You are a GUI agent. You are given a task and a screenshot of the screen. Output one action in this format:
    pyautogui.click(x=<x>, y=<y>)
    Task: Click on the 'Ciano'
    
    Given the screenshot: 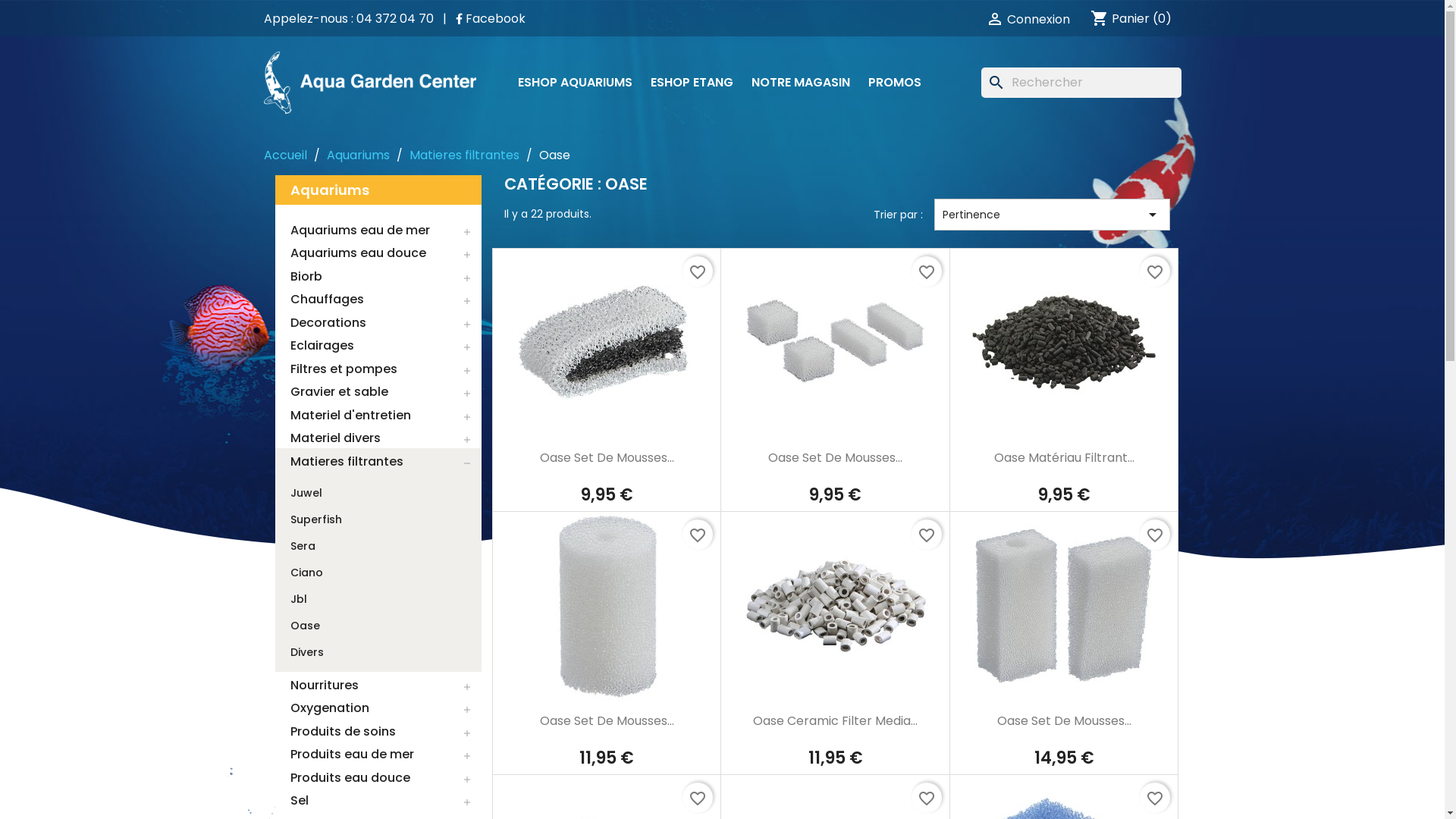 What is the action you would take?
    pyautogui.click(x=305, y=573)
    